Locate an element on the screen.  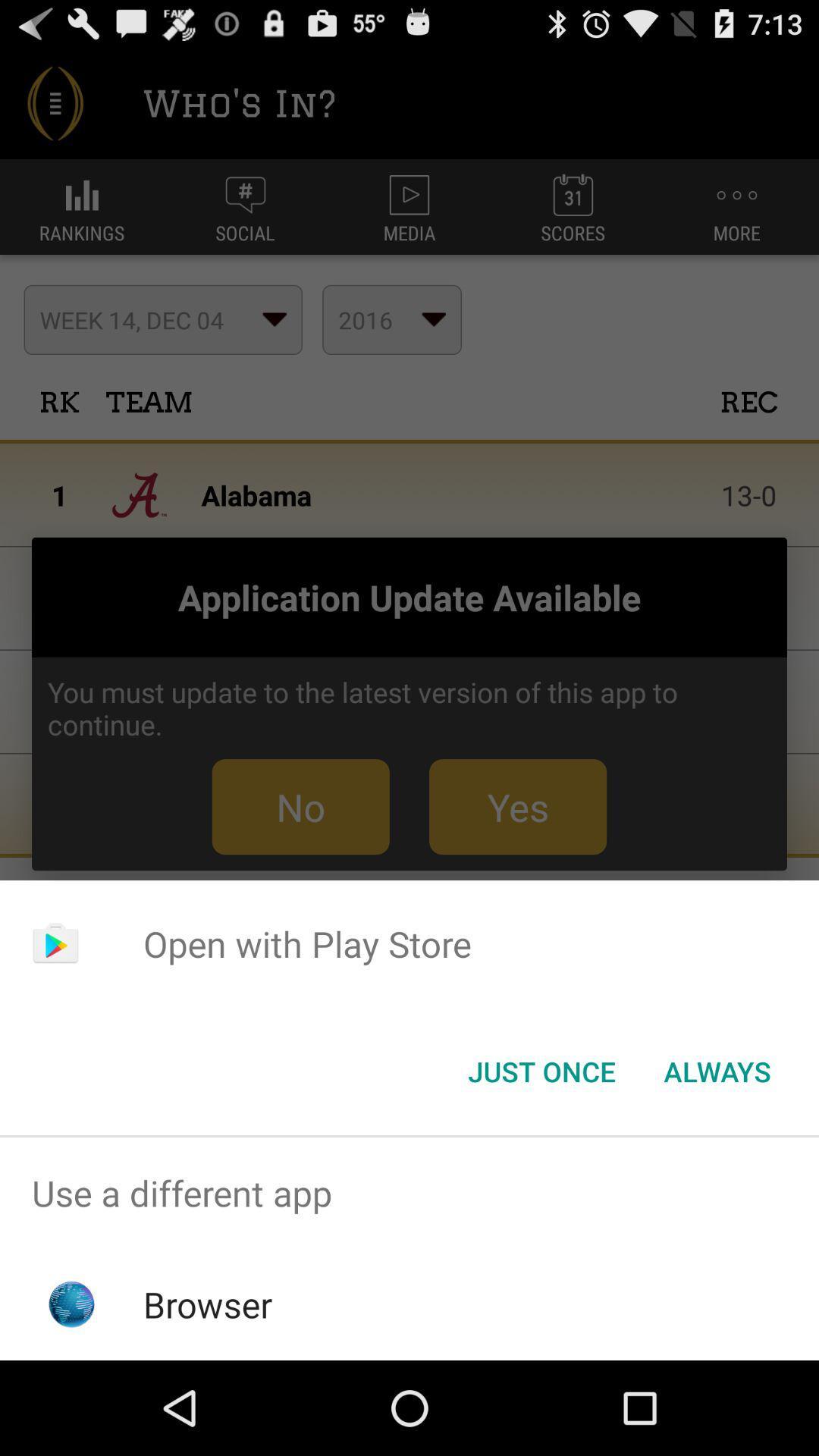
use a different is located at coordinates (409, 1192).